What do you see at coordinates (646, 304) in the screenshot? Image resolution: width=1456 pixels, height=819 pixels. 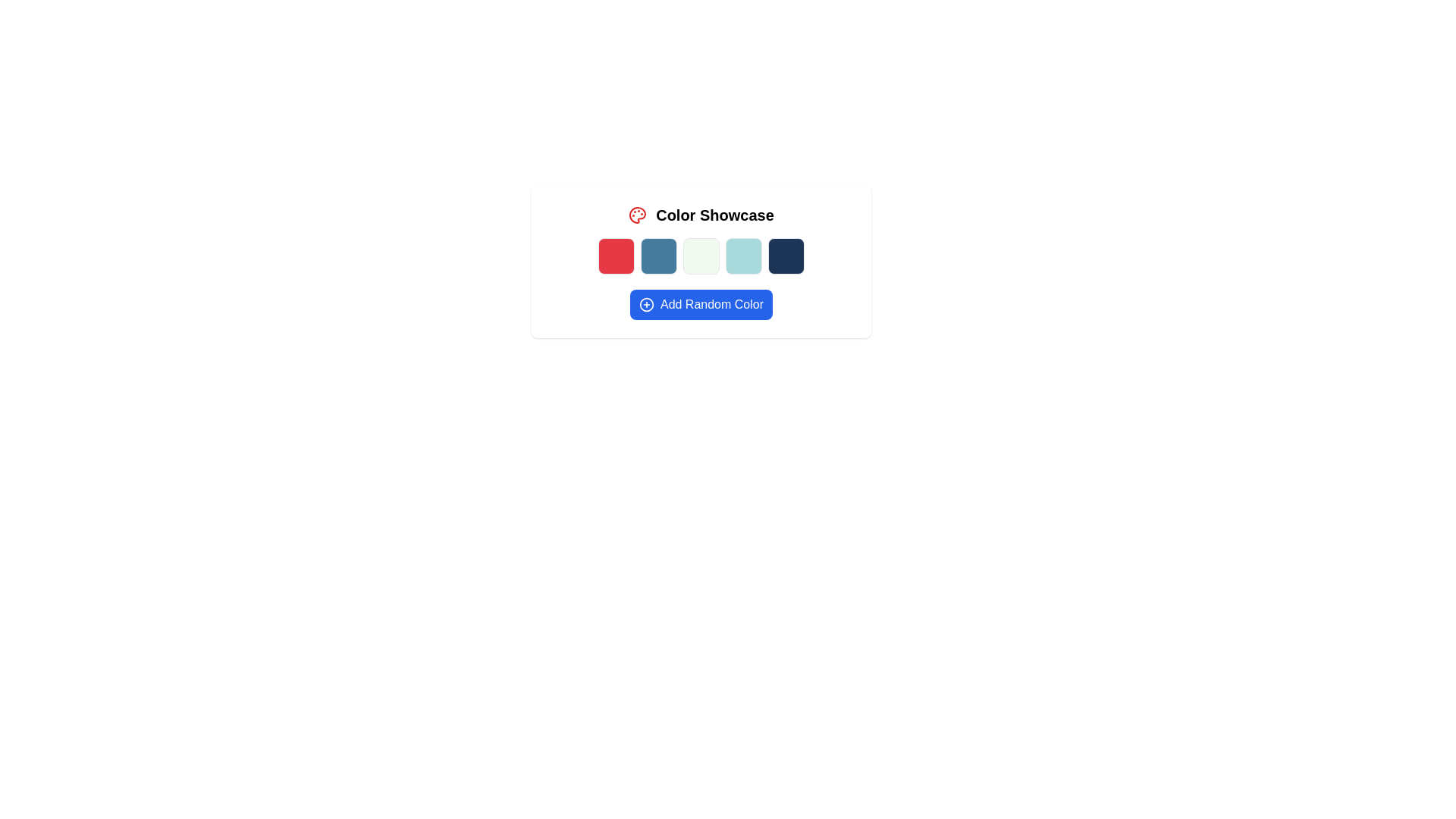 I see `the SVG circle element that is part of the circular area representing a plus symbol, located centrally below the color swatch row and above the 'Add Random Color' button` at bounding box center [646, 304].